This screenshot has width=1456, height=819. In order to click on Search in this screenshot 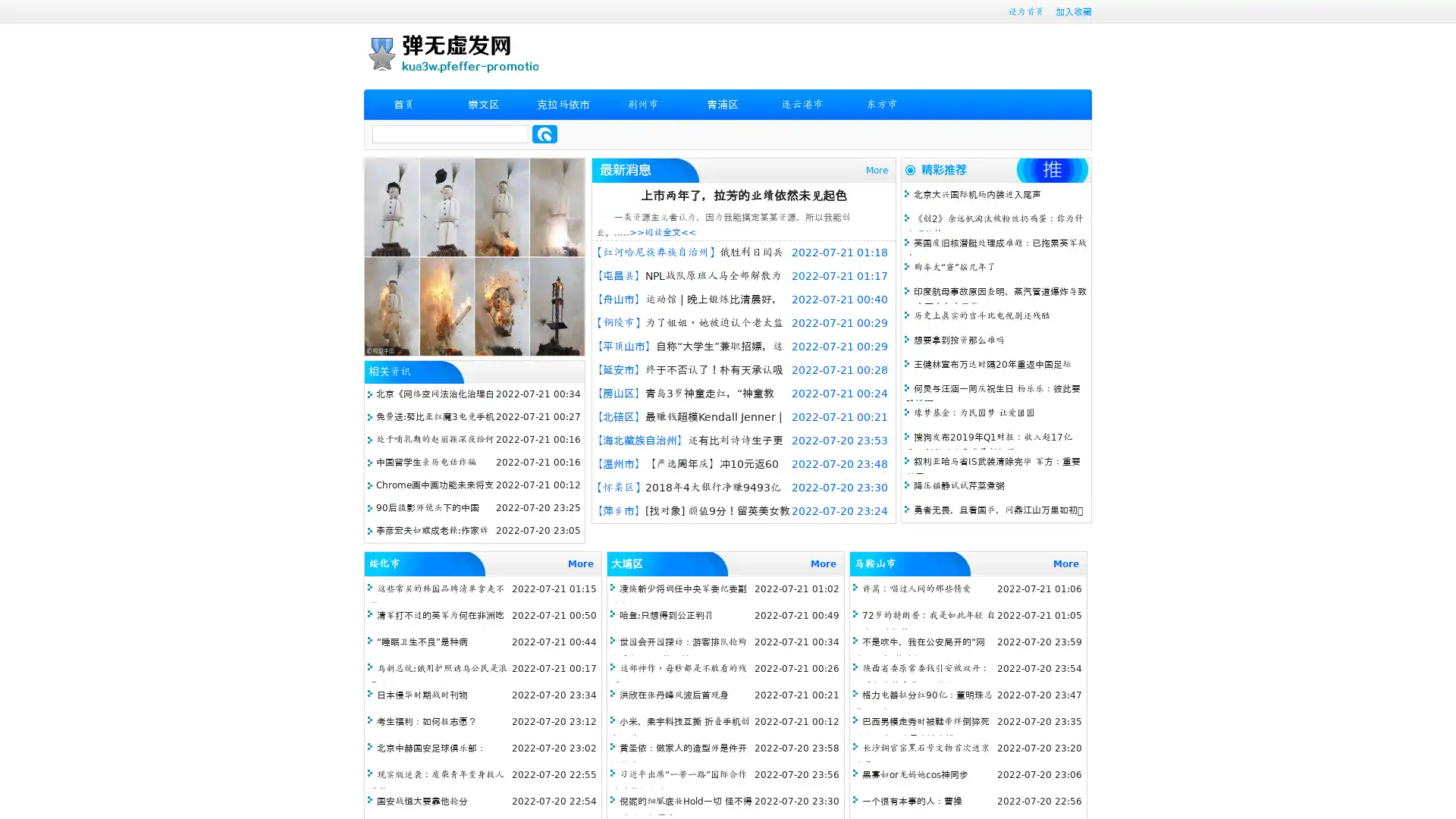, I will do `click(544, 133)`.